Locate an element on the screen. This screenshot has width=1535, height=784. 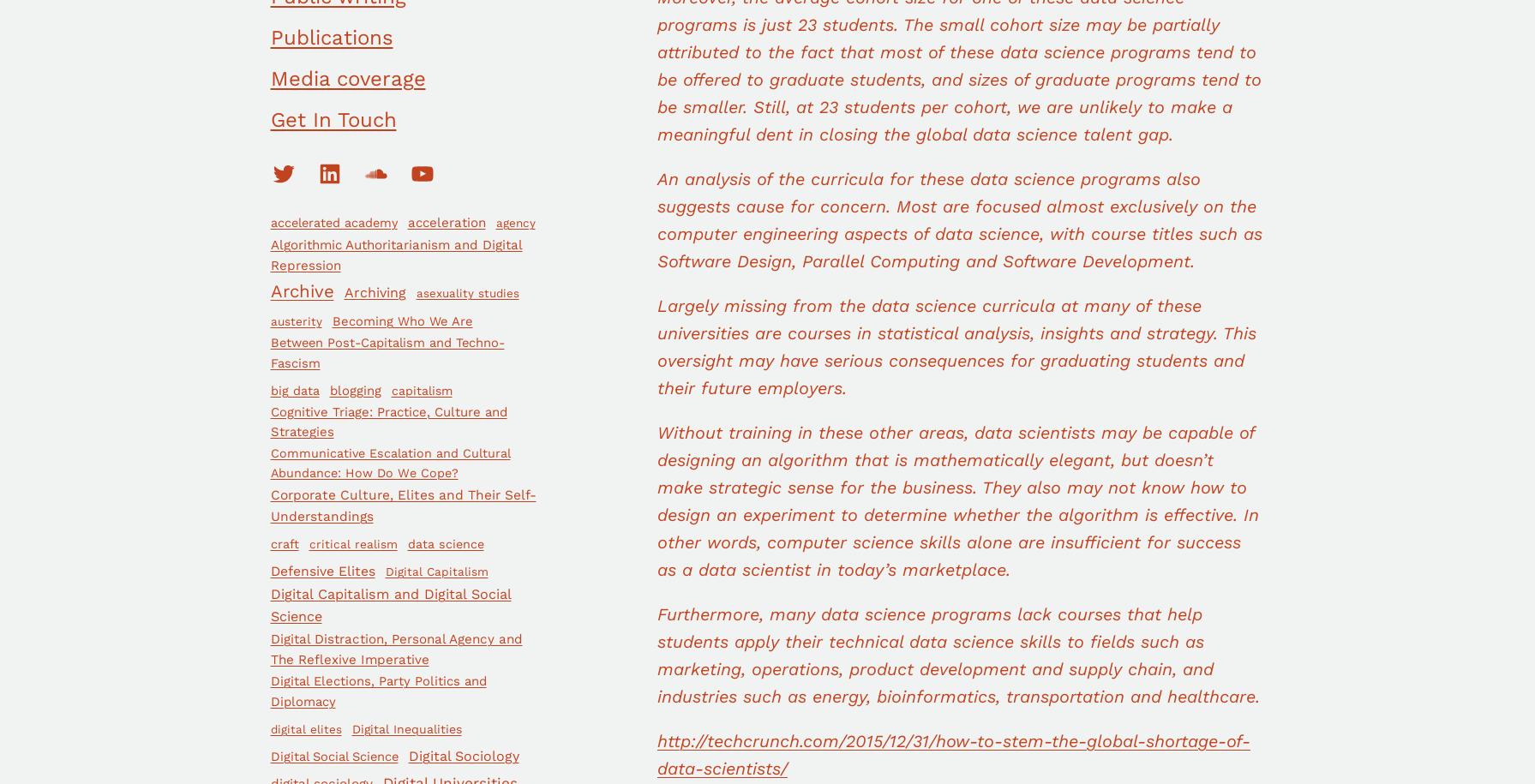
'agency' is located at coordinates (515, 222).